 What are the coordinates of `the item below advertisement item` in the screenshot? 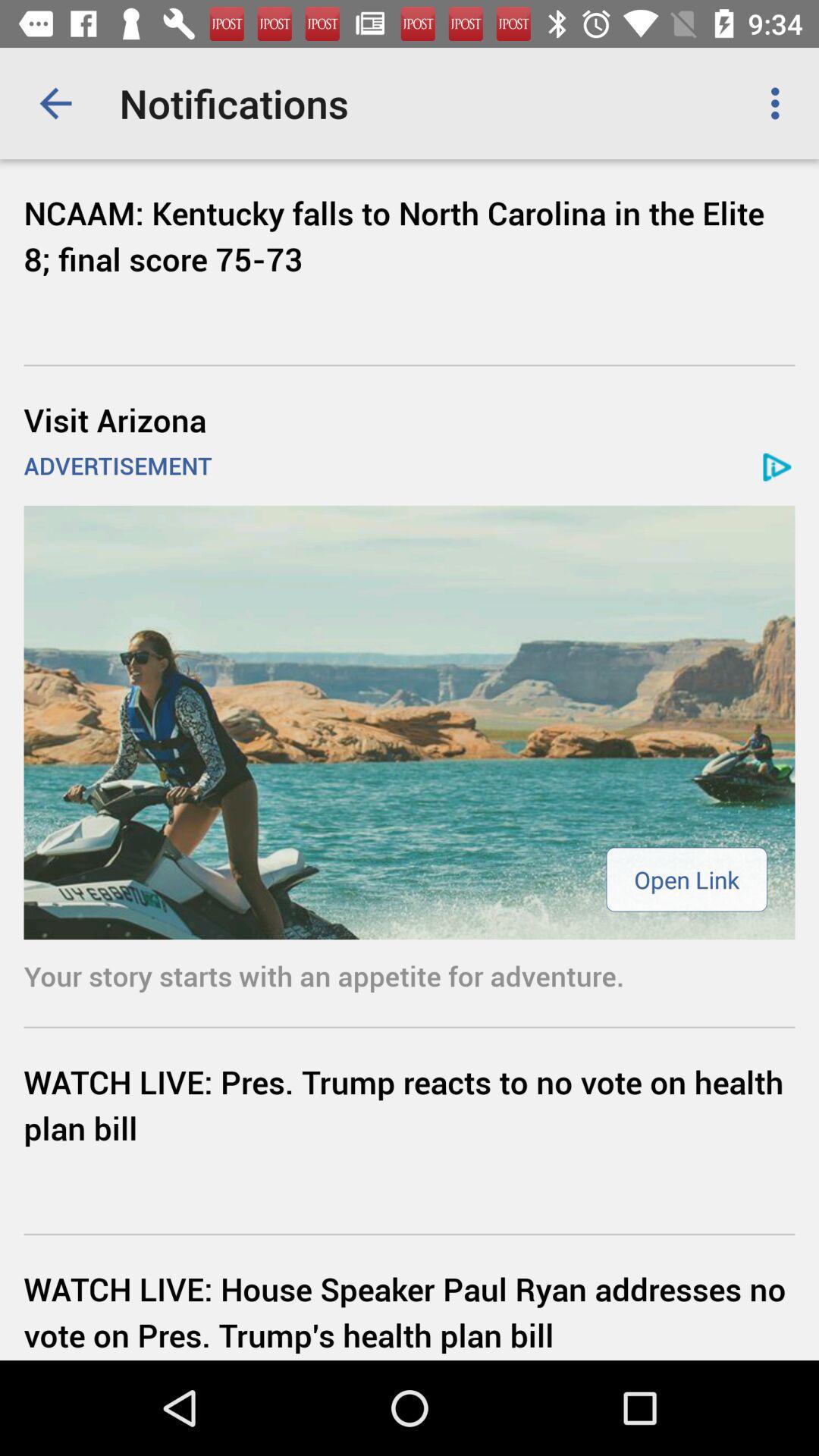 It's located at (686, 879).